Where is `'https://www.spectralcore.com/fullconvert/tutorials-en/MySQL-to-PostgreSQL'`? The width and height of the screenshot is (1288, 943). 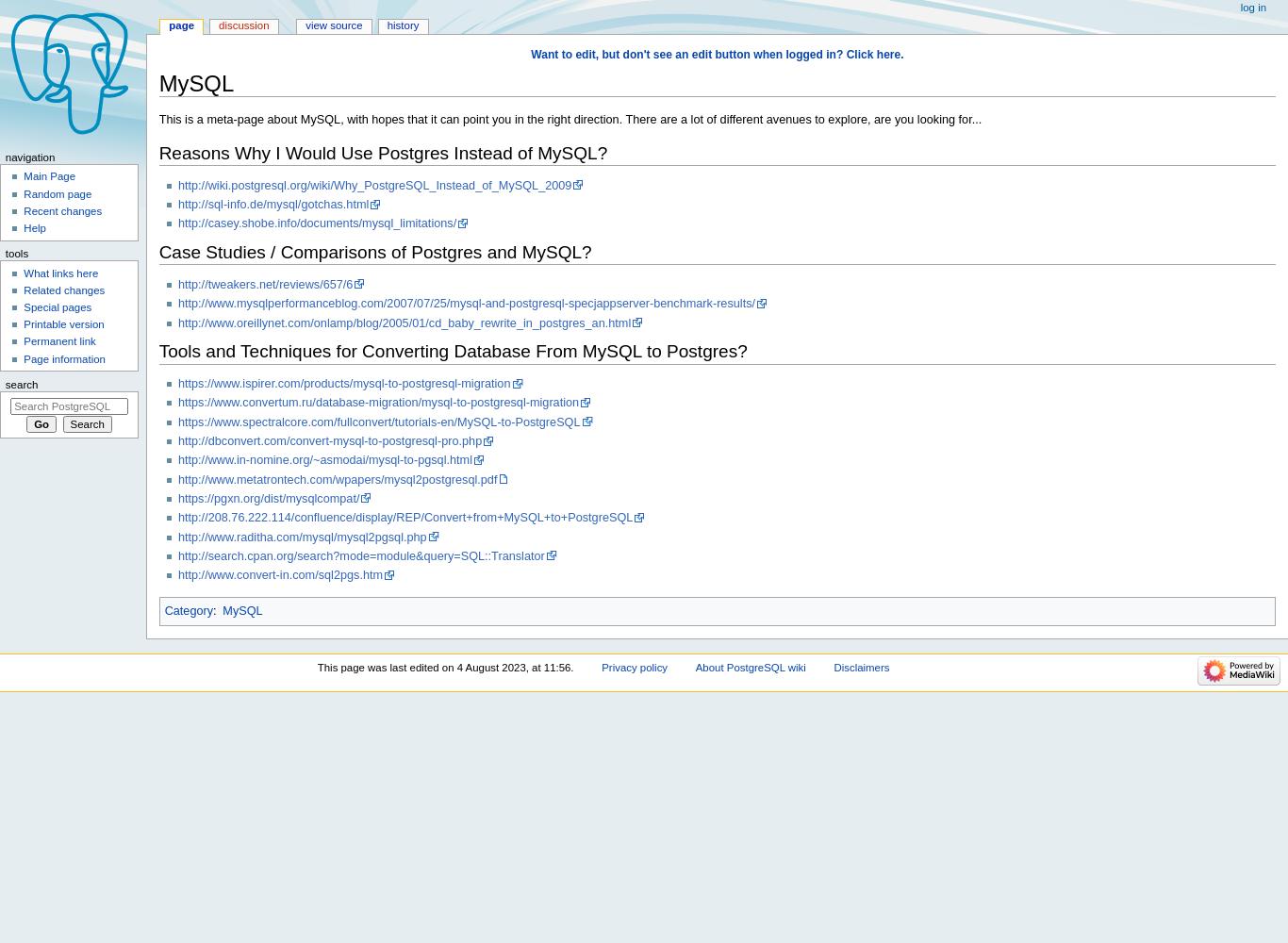 'https://www.spectralcore.com/fullconvert/tutorials-en/MySQL-to-PostgreSQL' is located at coordinates (377, 421).